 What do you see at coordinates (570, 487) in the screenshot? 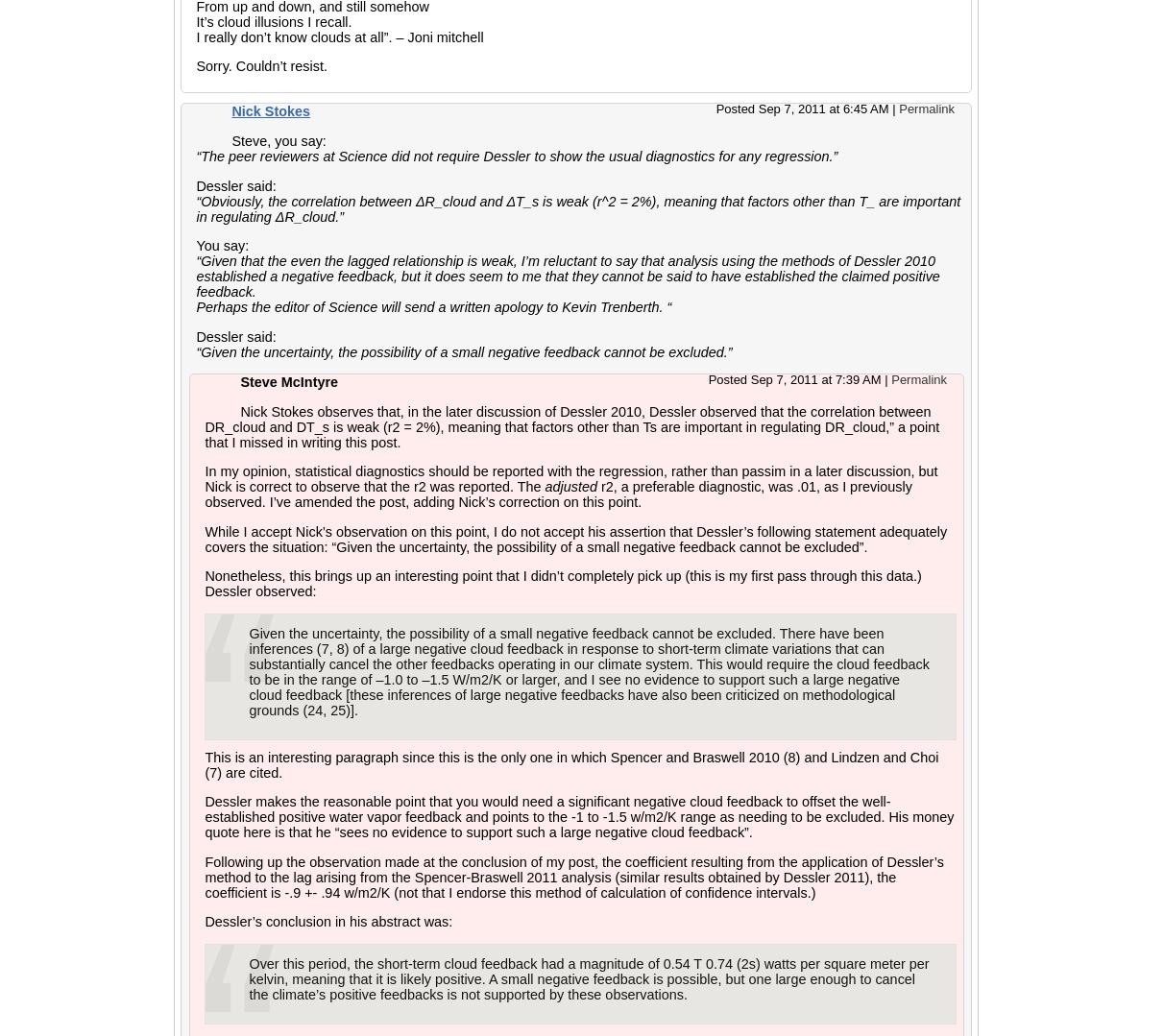
I see `'adjusted'` at bounding box center [570, 487].